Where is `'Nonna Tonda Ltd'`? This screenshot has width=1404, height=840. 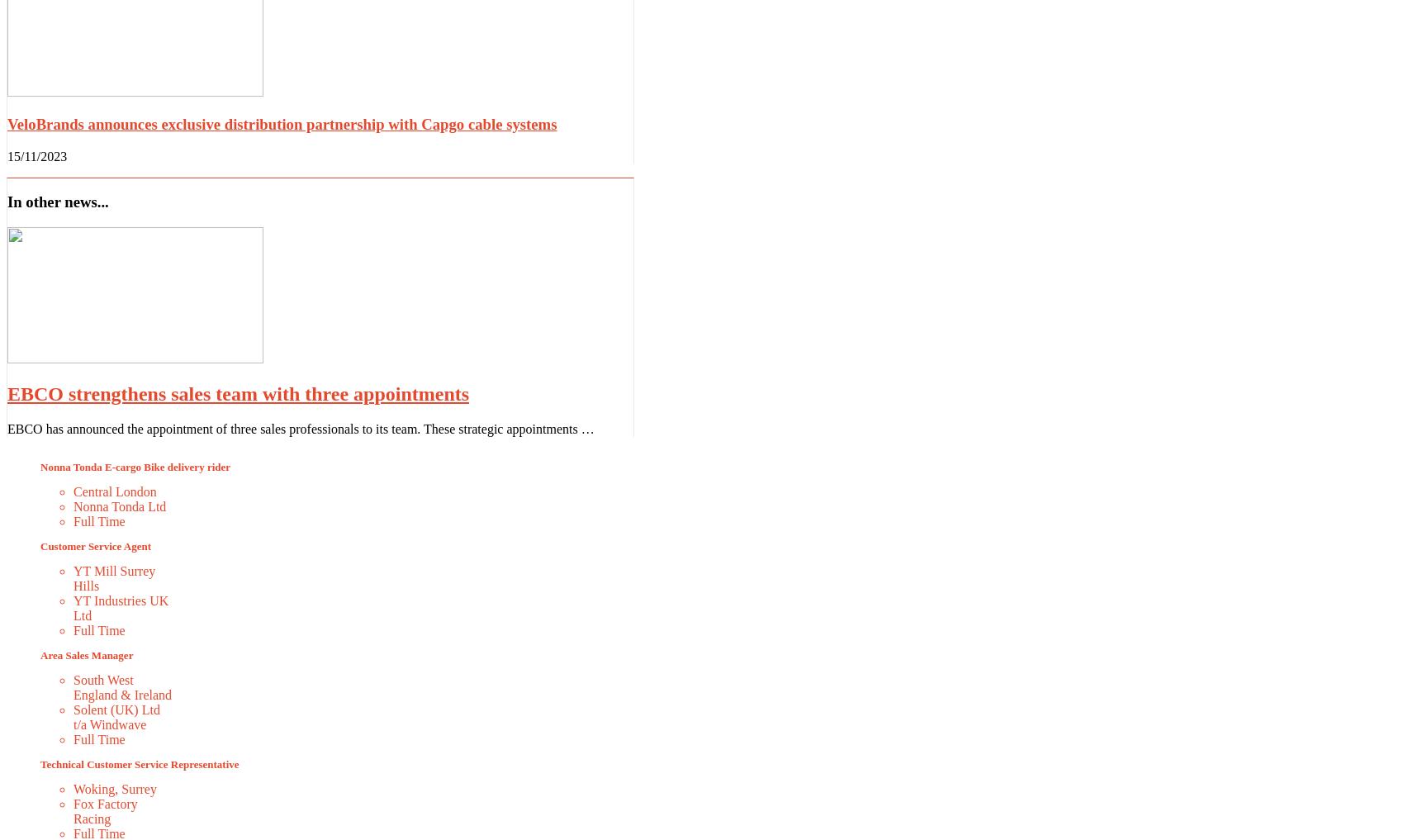 'Nonna Tonda Ltd' is located at coordinates (119, 505).